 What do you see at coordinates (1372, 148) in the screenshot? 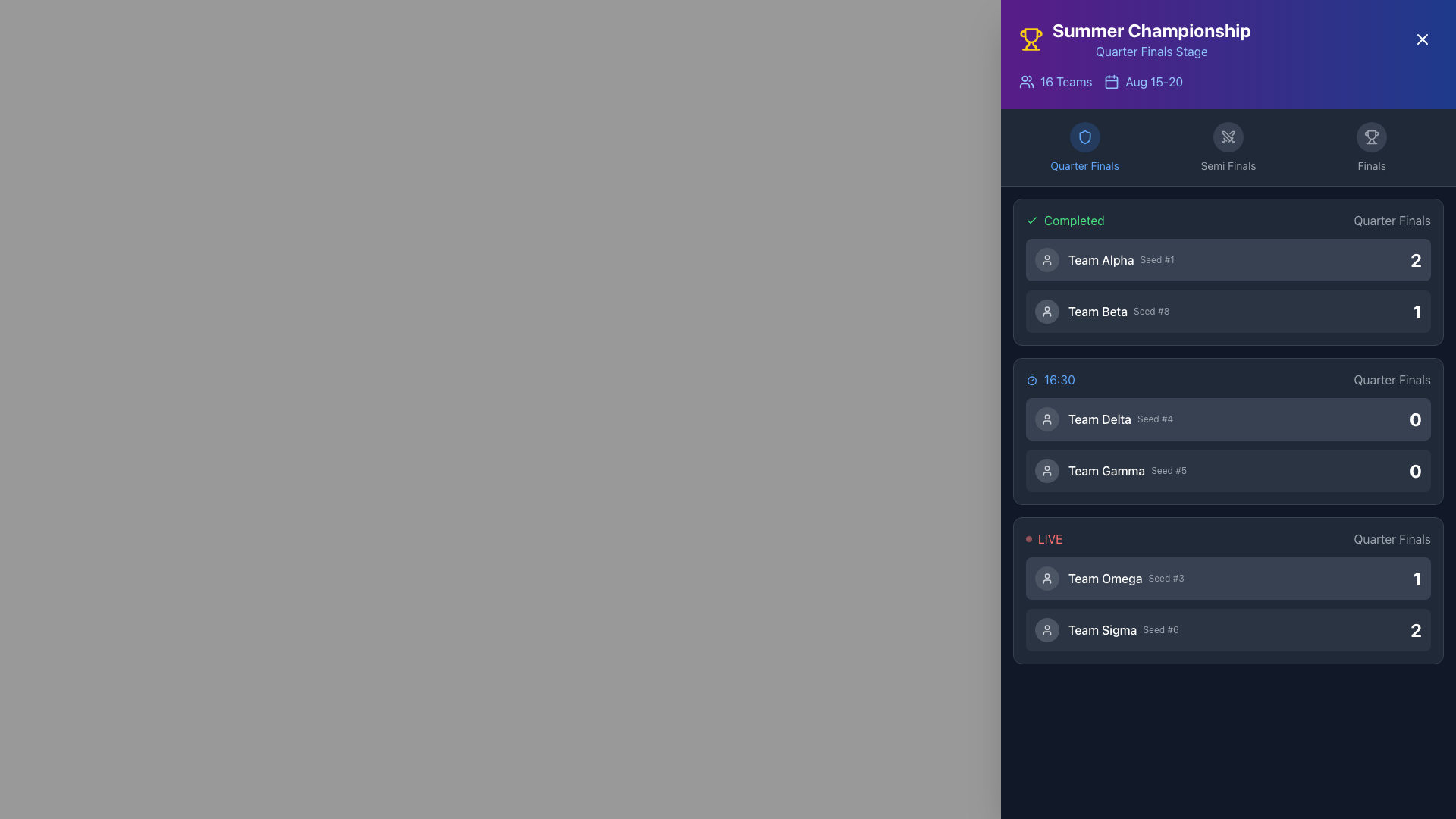
I see `the 'Finals' label, which is the third item in a horizontal group of options, located at the right edge of the interface, below the main title and header section` at bounding box center [1372, 148].